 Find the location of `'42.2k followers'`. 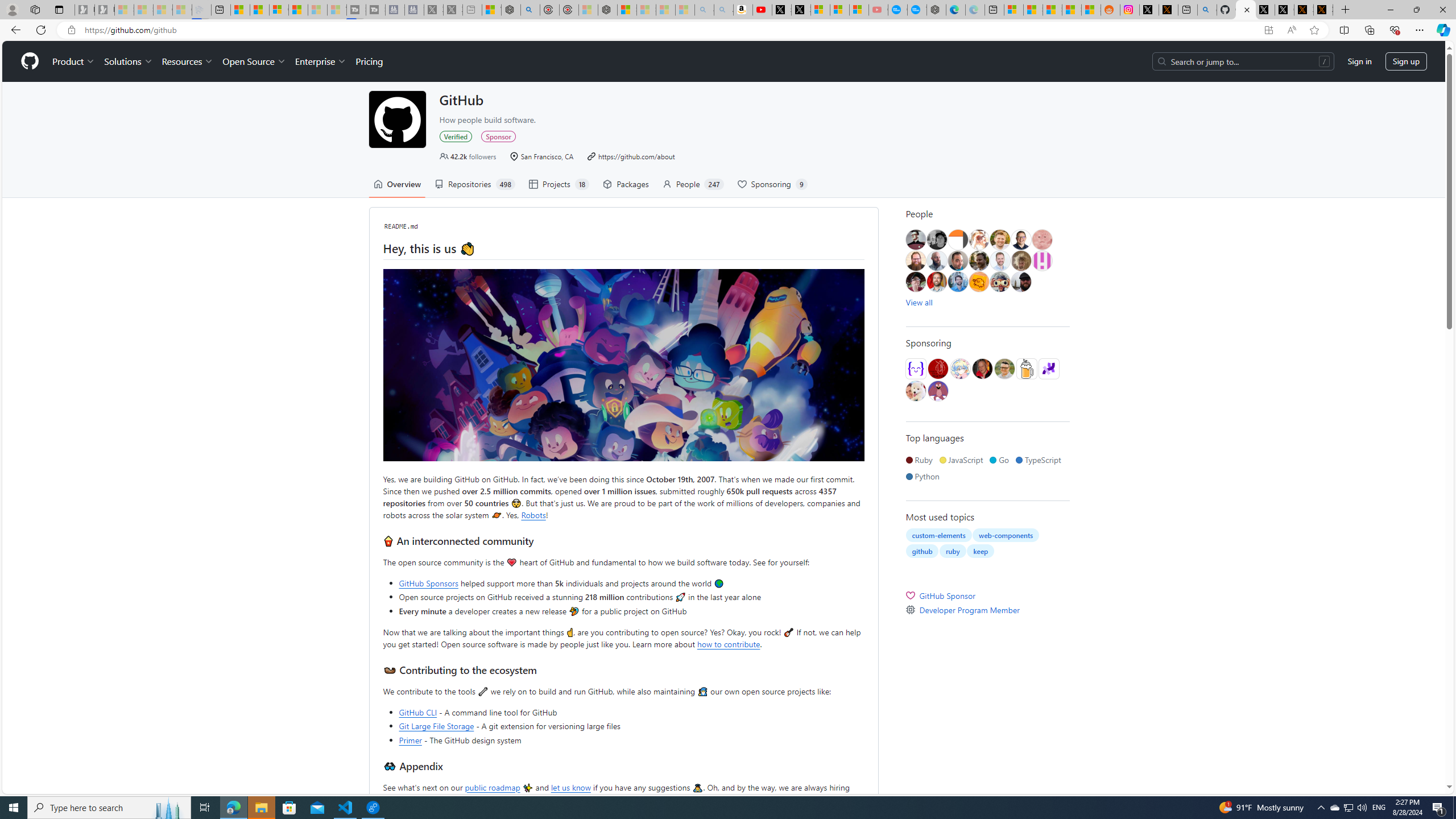

'42.2k followers' is located at coordinates (468, 156).